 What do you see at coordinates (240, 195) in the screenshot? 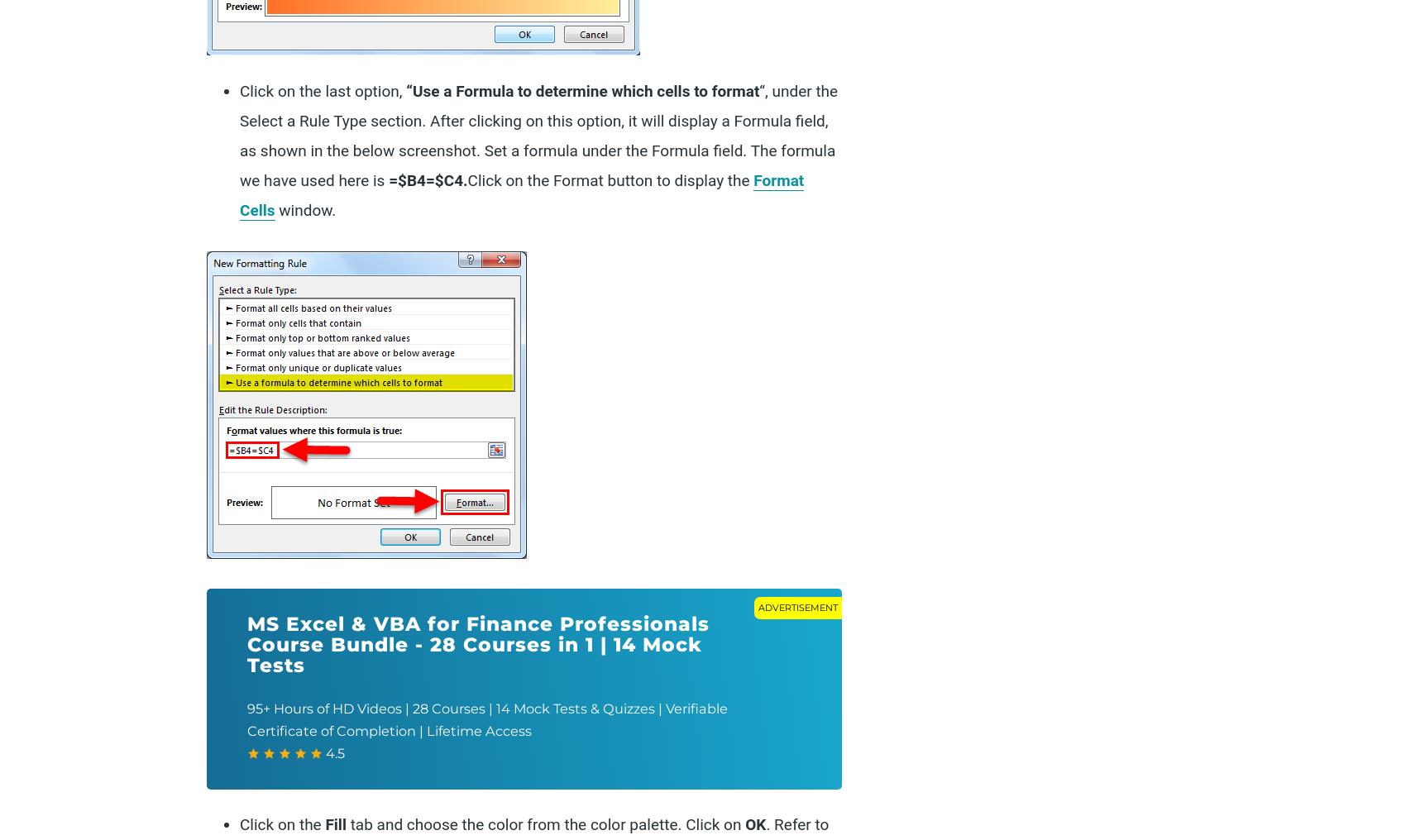
I see `'Format Cells'` at bounding box center [240, 195].